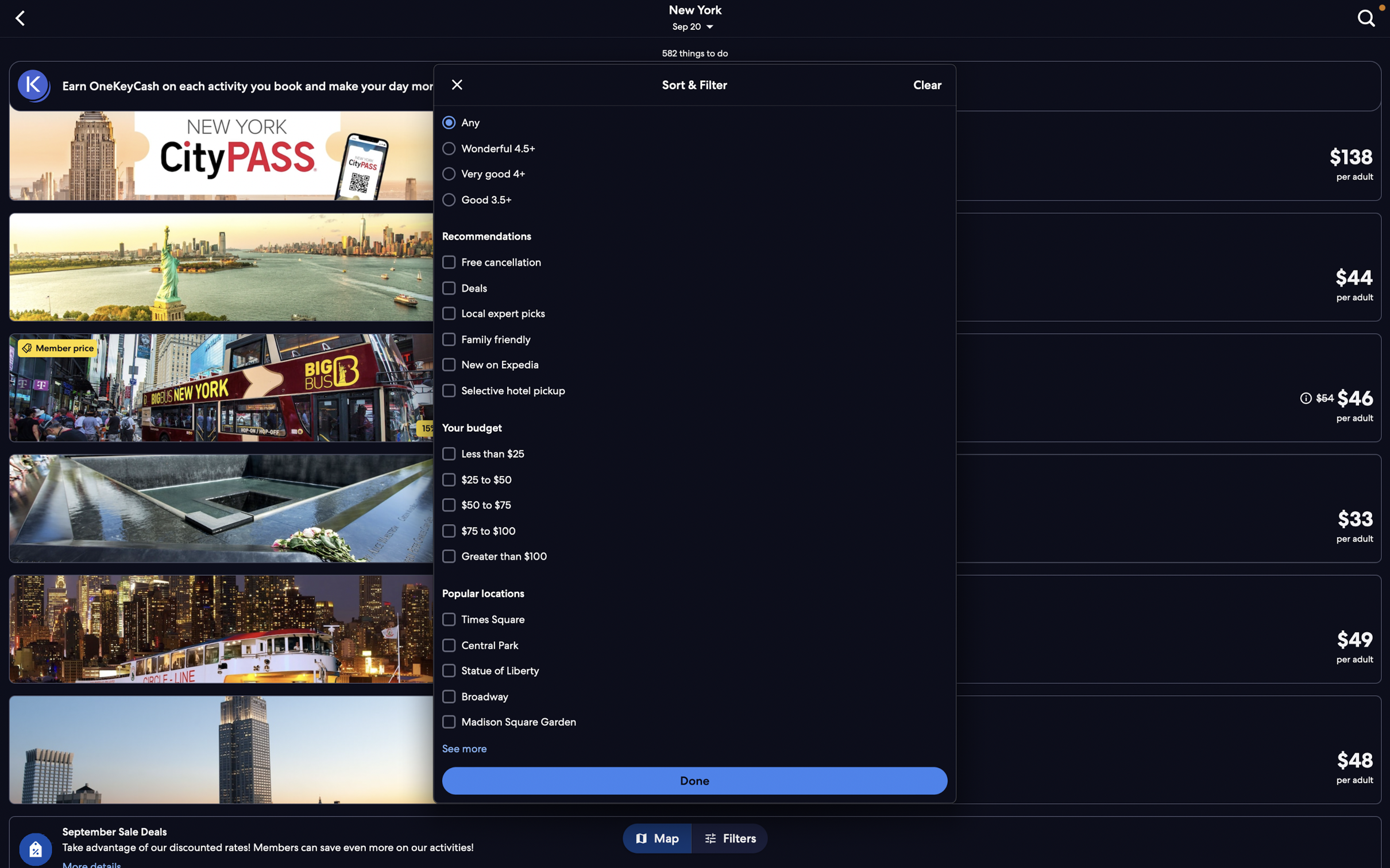 Image resolution: width=1390 pixels, height=868 pixels. I want to click on Filter places near "Broadway", so click(696, 720).